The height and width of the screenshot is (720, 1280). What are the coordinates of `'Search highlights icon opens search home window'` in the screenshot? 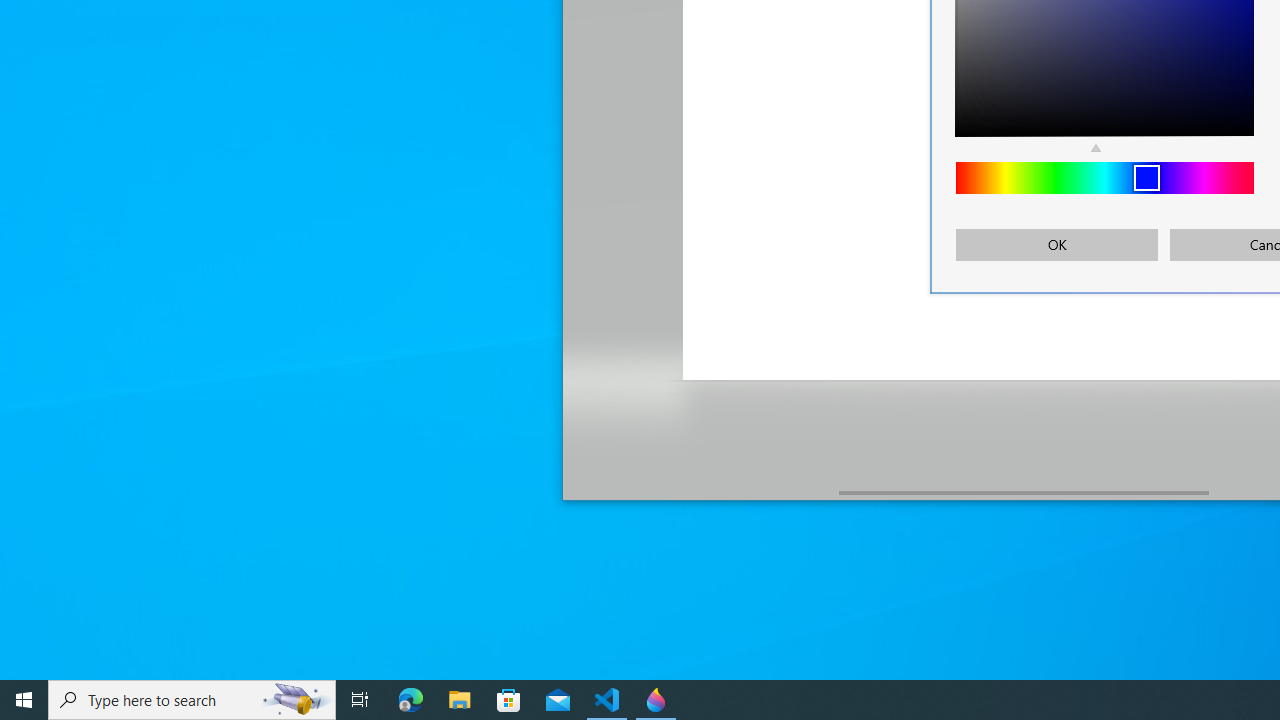 It's located at (294, 698).